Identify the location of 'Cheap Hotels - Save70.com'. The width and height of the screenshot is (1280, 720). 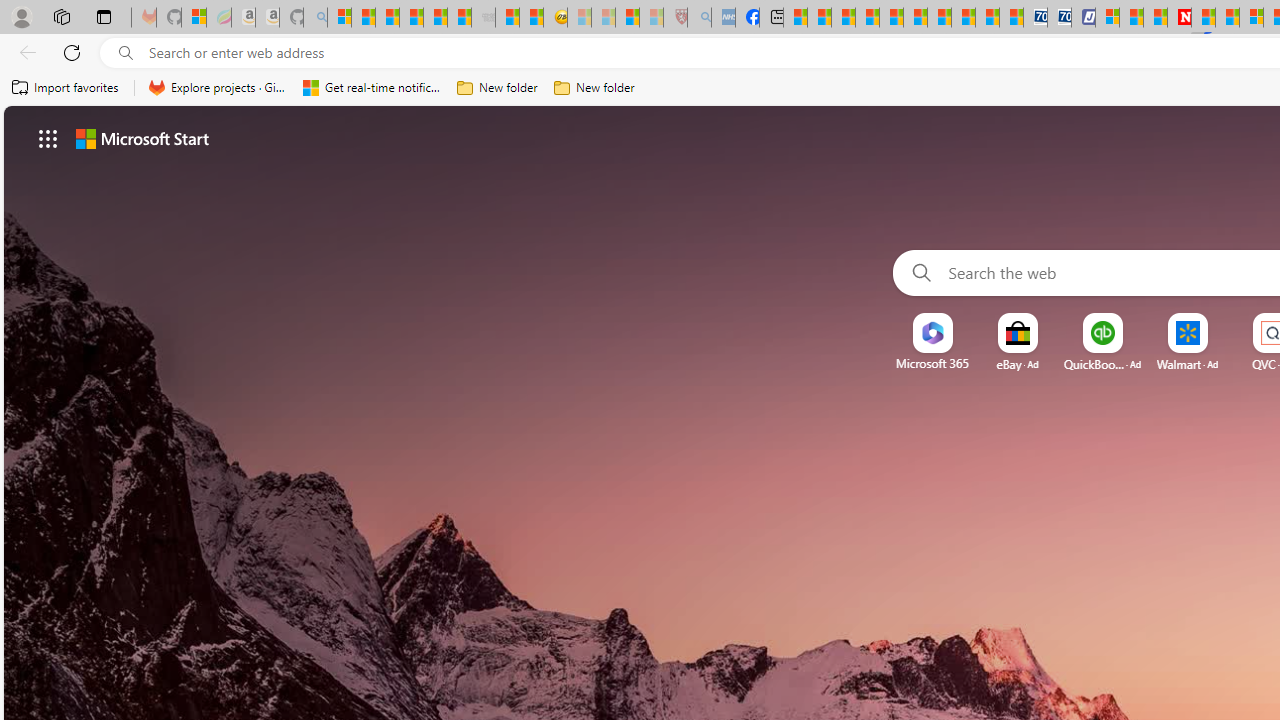
(1058, 17).